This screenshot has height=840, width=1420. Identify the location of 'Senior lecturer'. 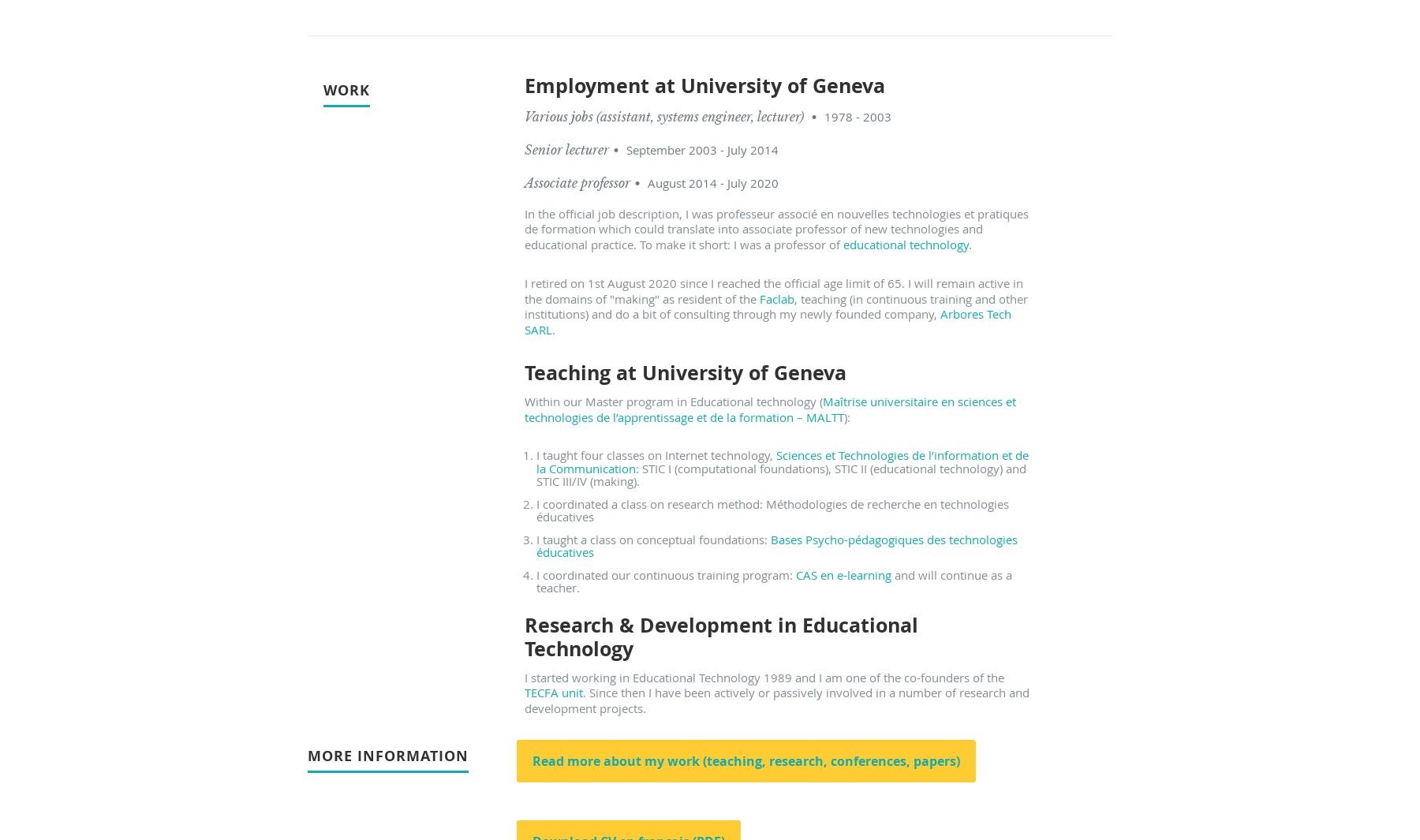
(566, 148).